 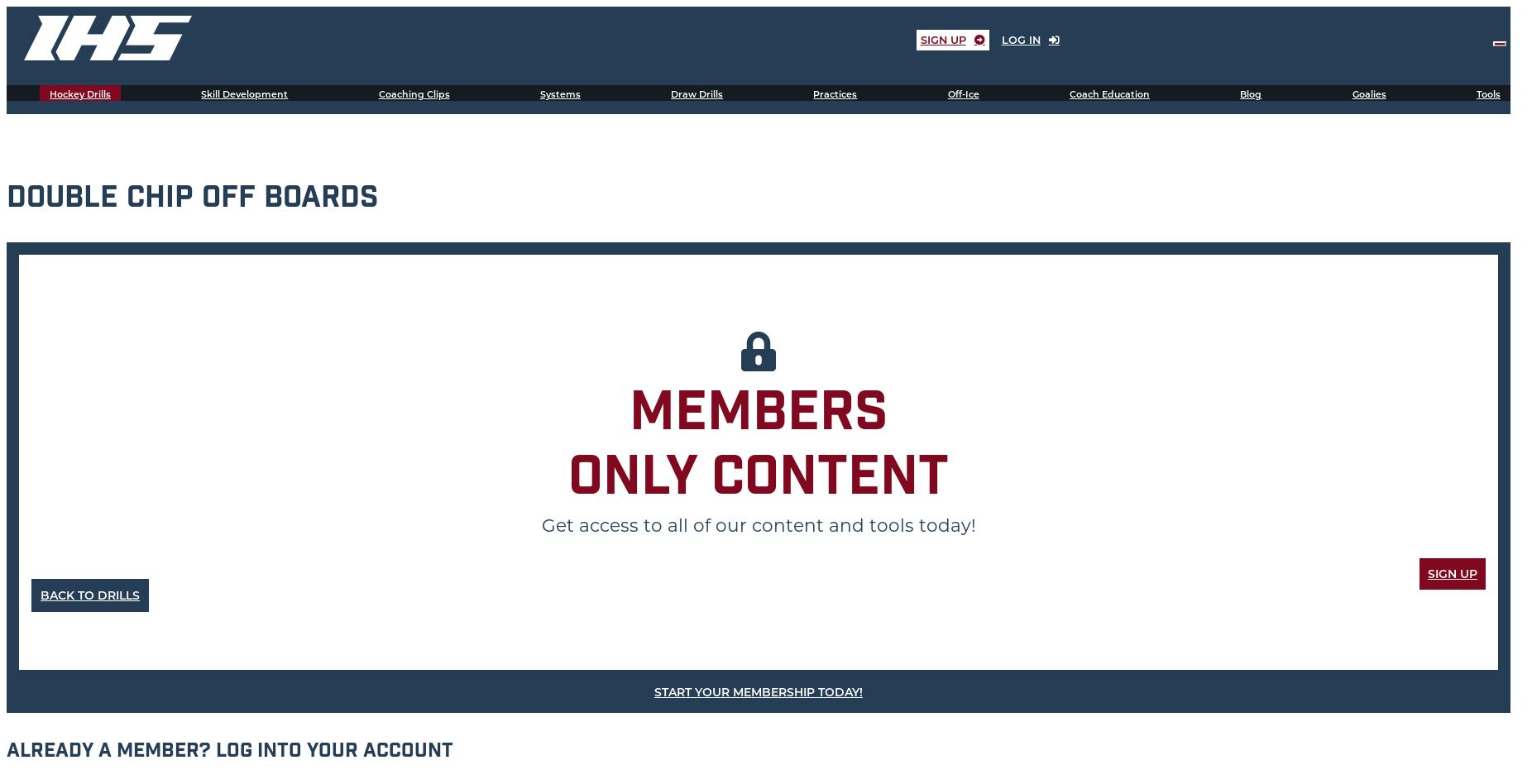 I want to click on 'Double Chip Off Boards', so click(x=192, y=199).